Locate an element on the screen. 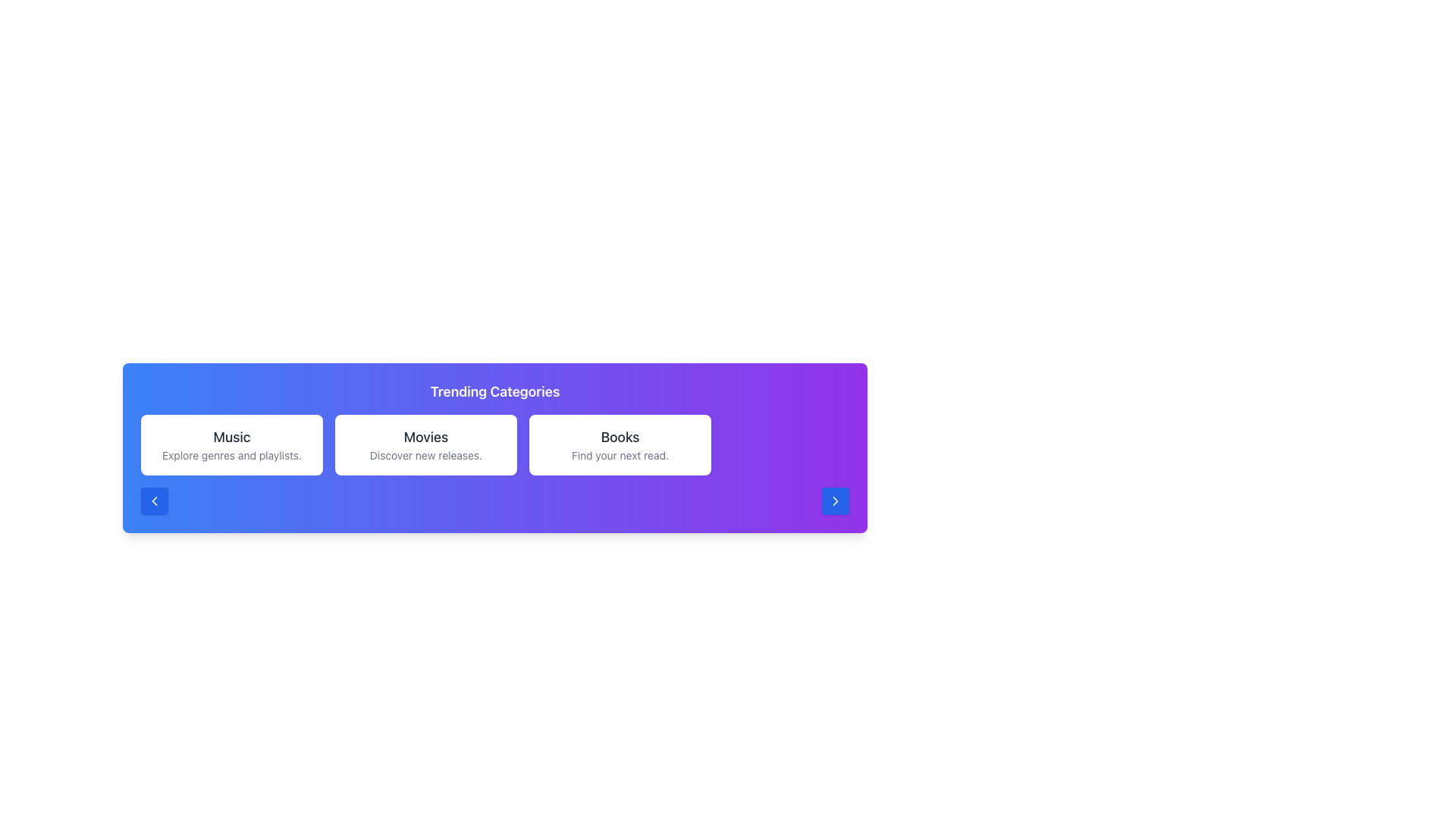 This screenshot has height=819, width=1456. the Chevron-Right icon located in the bottom-right corner of the blue-to-purple gradient section, adjacent to the white card labeled 'Books' is located at coordinates (835, 500).